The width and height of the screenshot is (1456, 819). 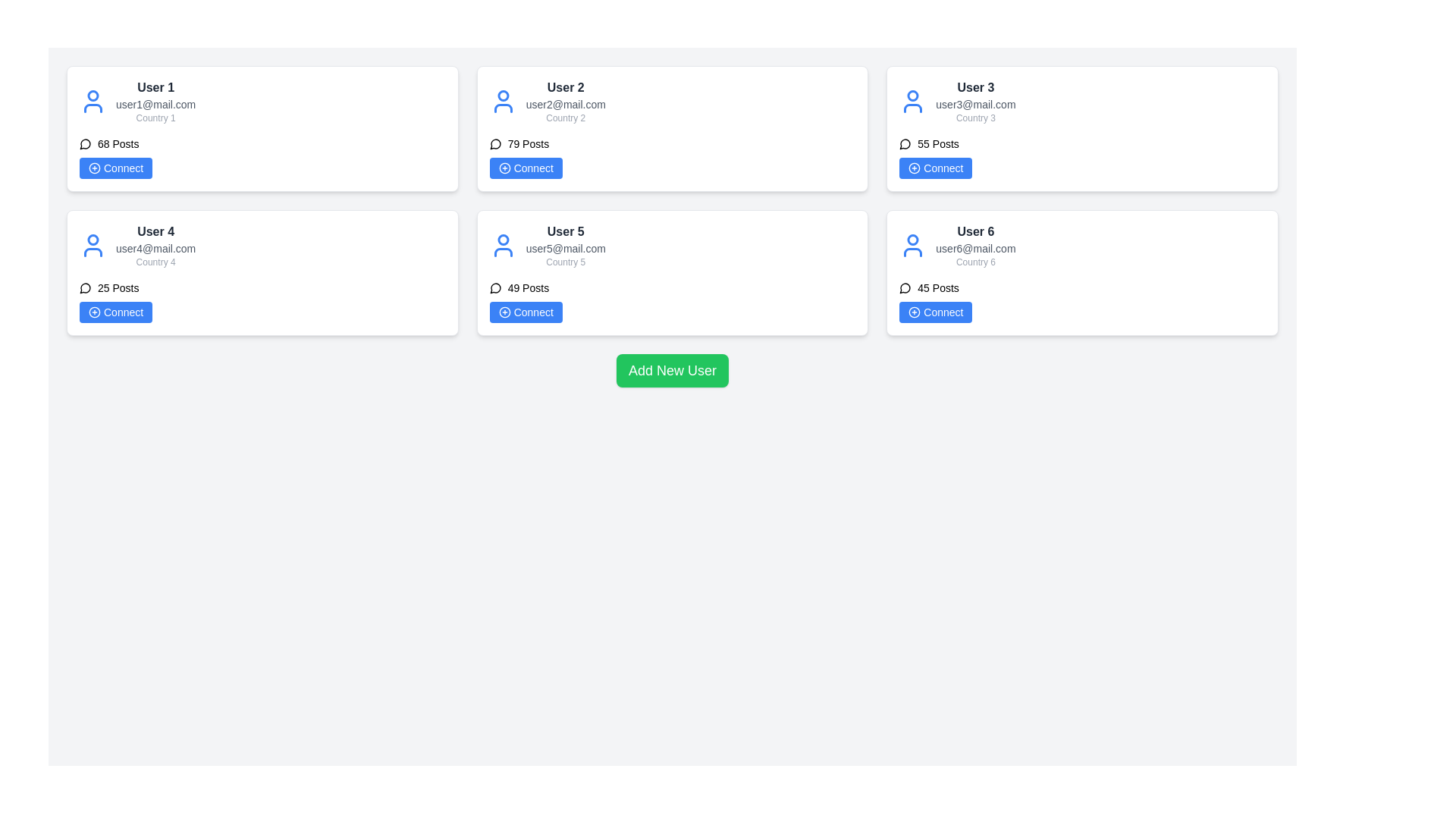 What do you see at coordinates (495, 288) in the screenshot?
I see `the messaging/chat bubble icon located to the left of the '49 Posts' text label in the lower-right section of the card layout for 'User 5'` at bounding box center [495, 288].